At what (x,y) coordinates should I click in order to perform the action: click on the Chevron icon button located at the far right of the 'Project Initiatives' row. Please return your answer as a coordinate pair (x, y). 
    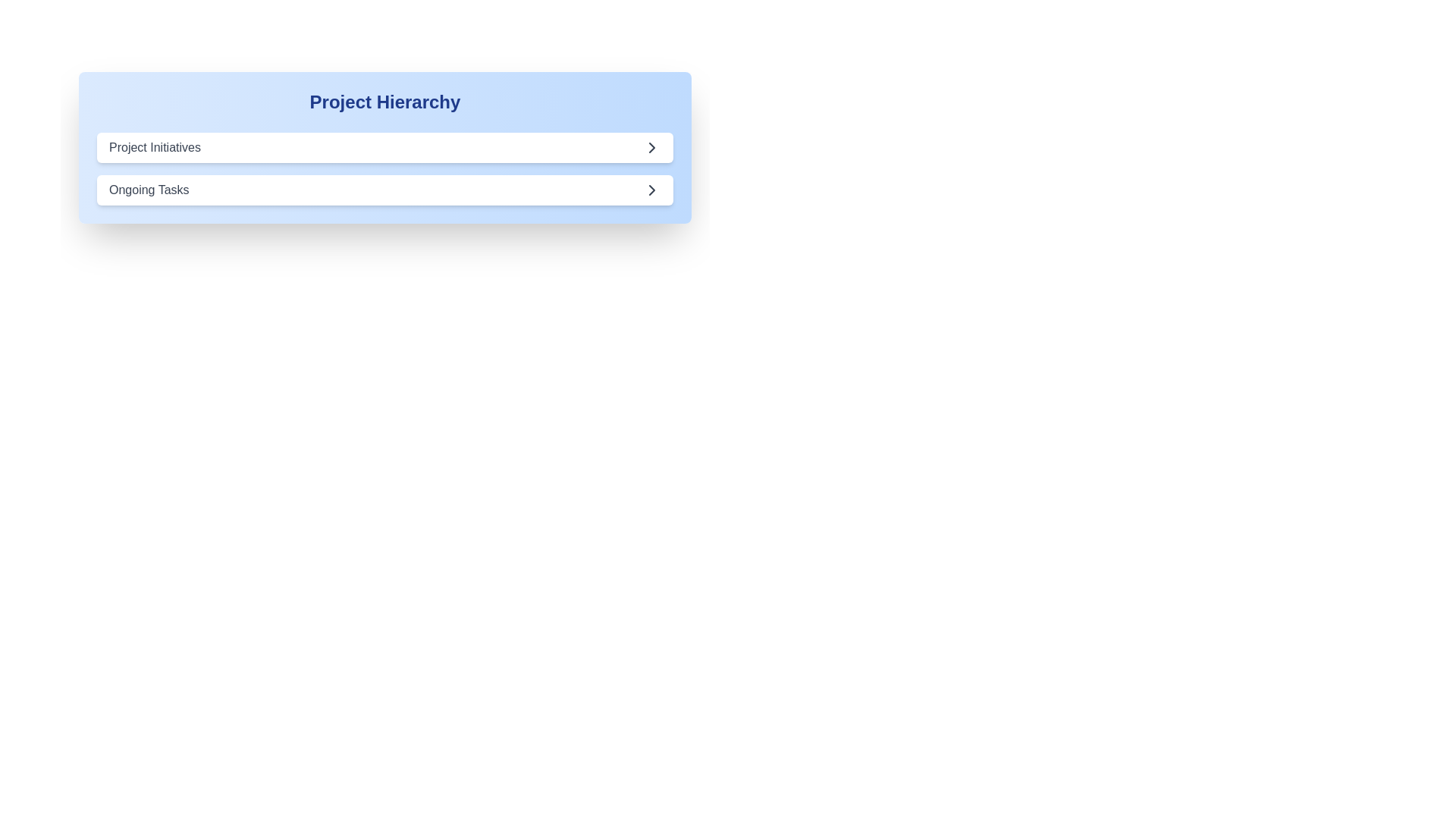
    Looking at the image, I should click on (651, 148).